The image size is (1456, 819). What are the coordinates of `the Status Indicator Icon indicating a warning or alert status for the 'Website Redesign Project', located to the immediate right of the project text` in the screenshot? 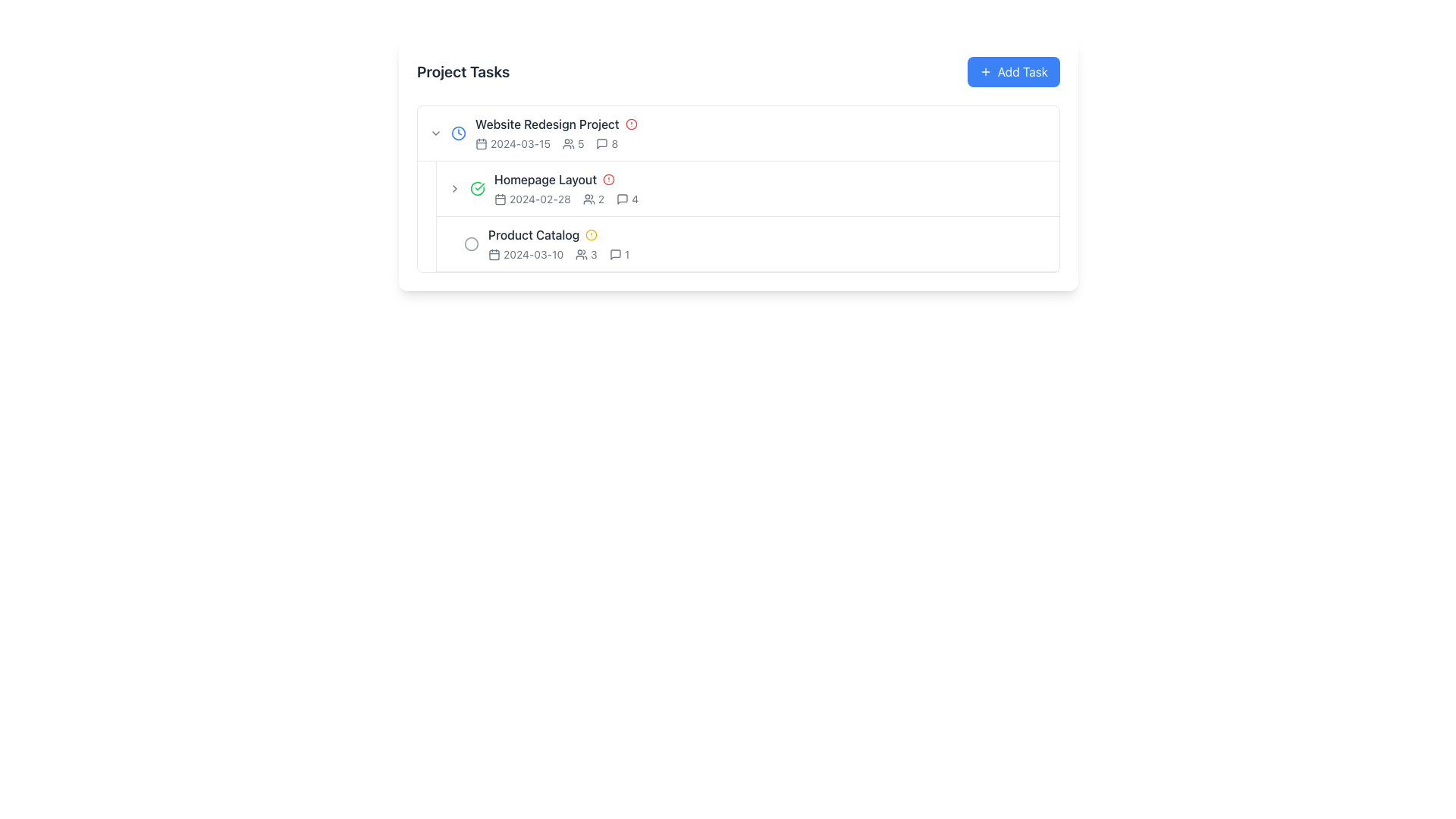 It's located at (631, 124).